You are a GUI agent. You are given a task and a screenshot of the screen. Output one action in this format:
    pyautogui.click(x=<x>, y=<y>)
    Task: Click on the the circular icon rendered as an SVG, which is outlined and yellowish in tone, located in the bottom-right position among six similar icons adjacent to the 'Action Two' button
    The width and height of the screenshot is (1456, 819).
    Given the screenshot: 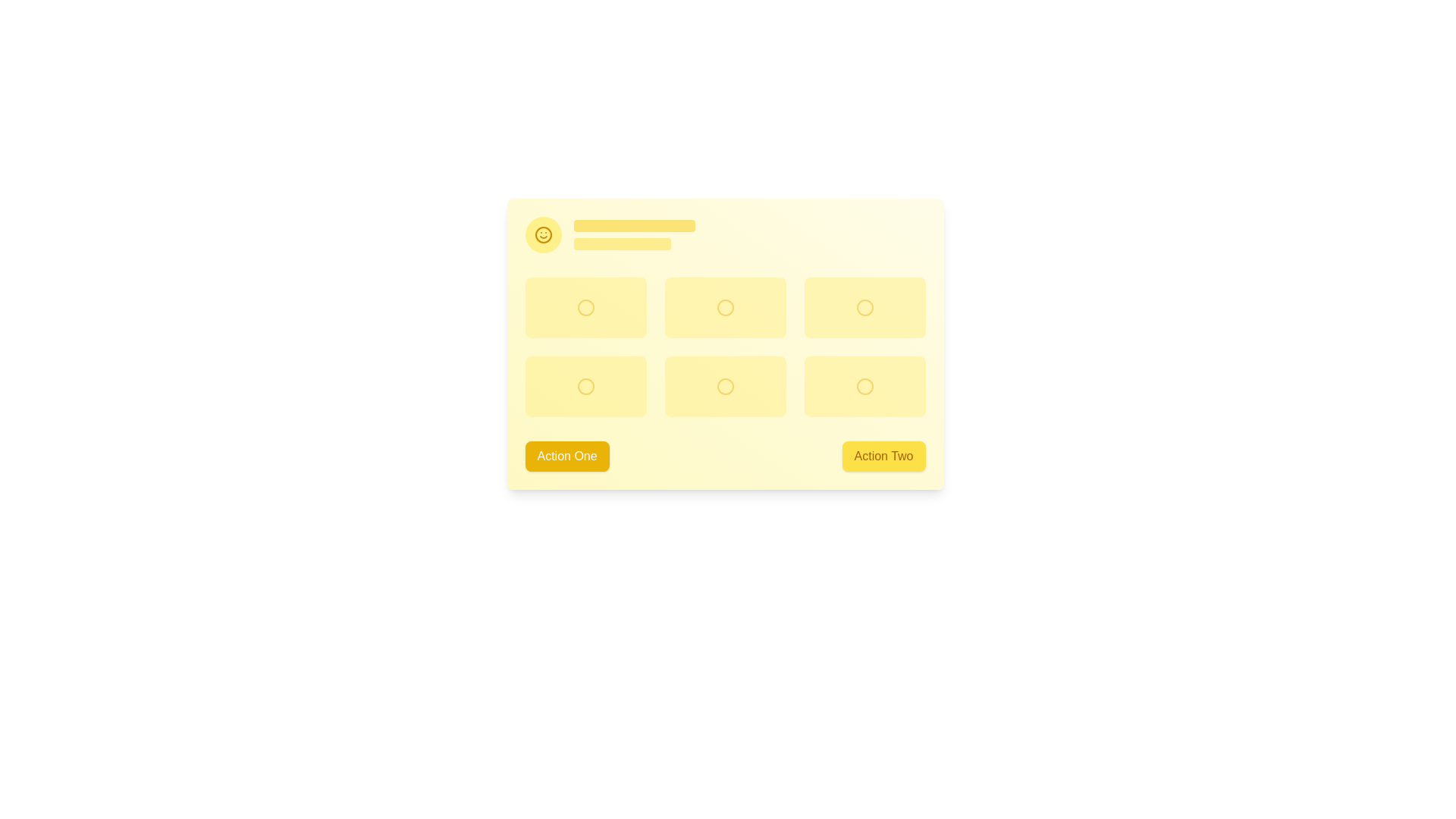 What is the action you would take?
    pyautogui.click(x=864, y=385)
    